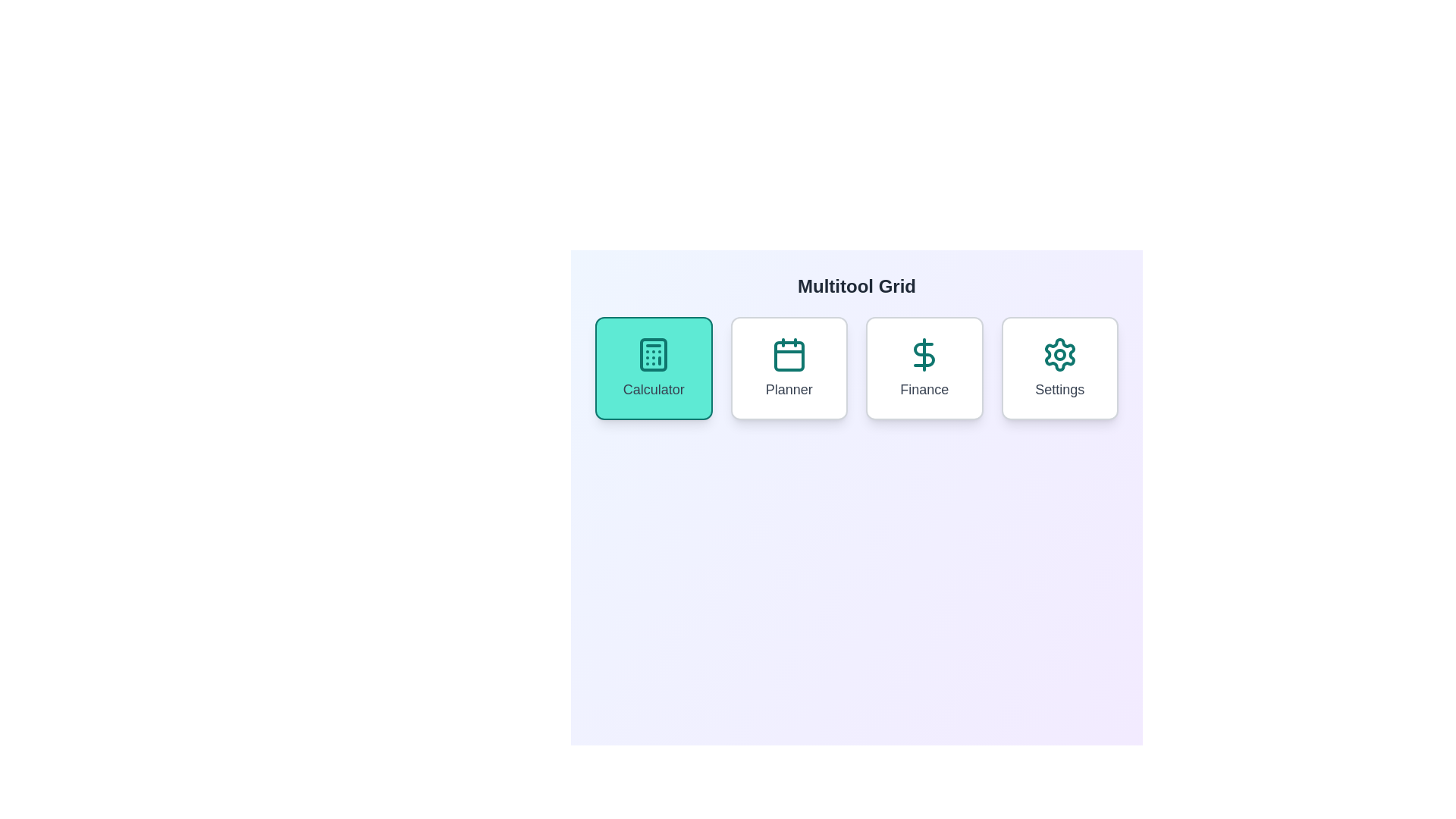 The height and width of the screenshot is (819, 1456). Describe the element at coordinates (654, 369) in the screenshot. I see `the 'Calculator' button, which has a teal background, rounded corners, and an icon of a calculator above the text 'Calculator'` at that location.